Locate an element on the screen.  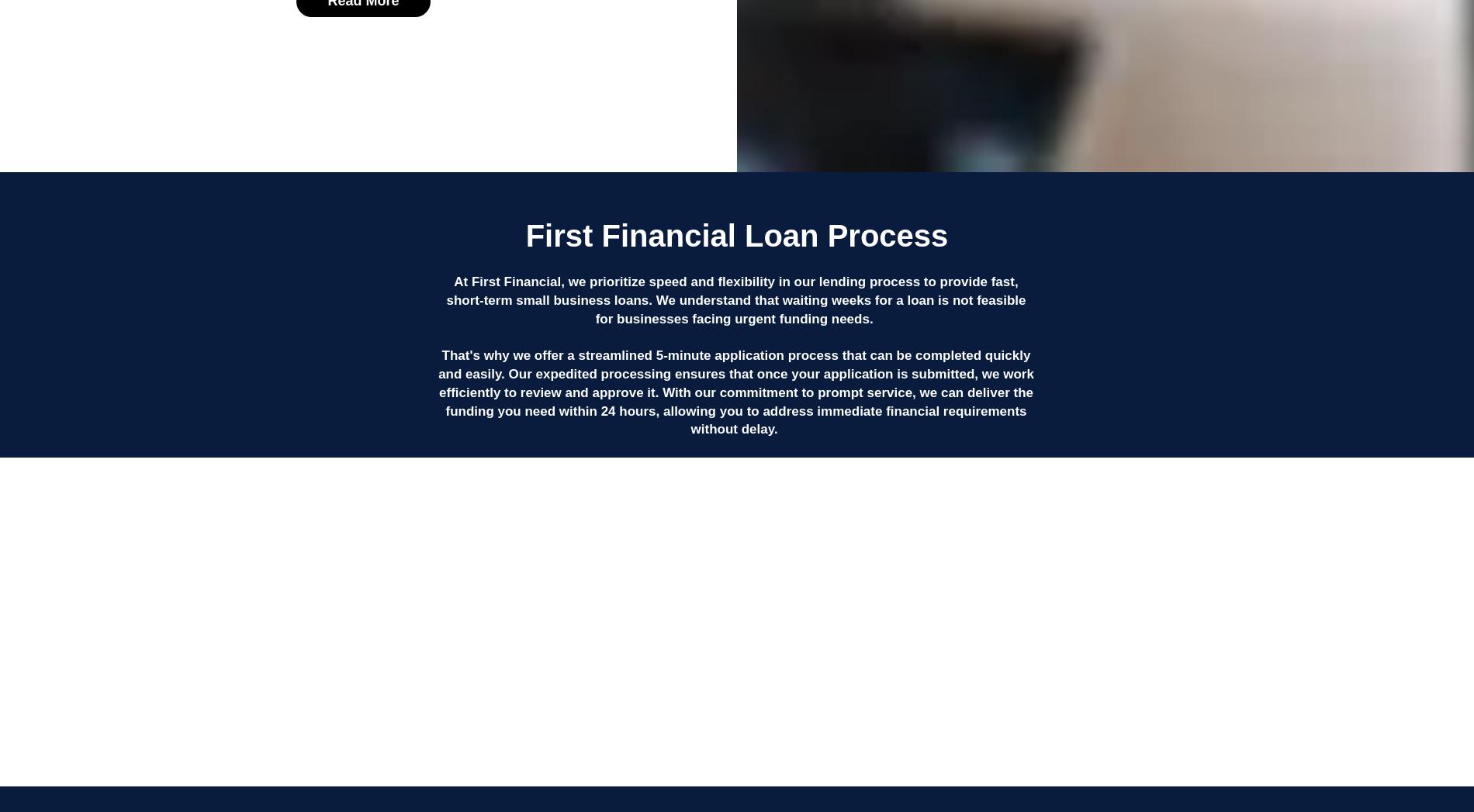
'4' is located at coordinates (1073, 604).